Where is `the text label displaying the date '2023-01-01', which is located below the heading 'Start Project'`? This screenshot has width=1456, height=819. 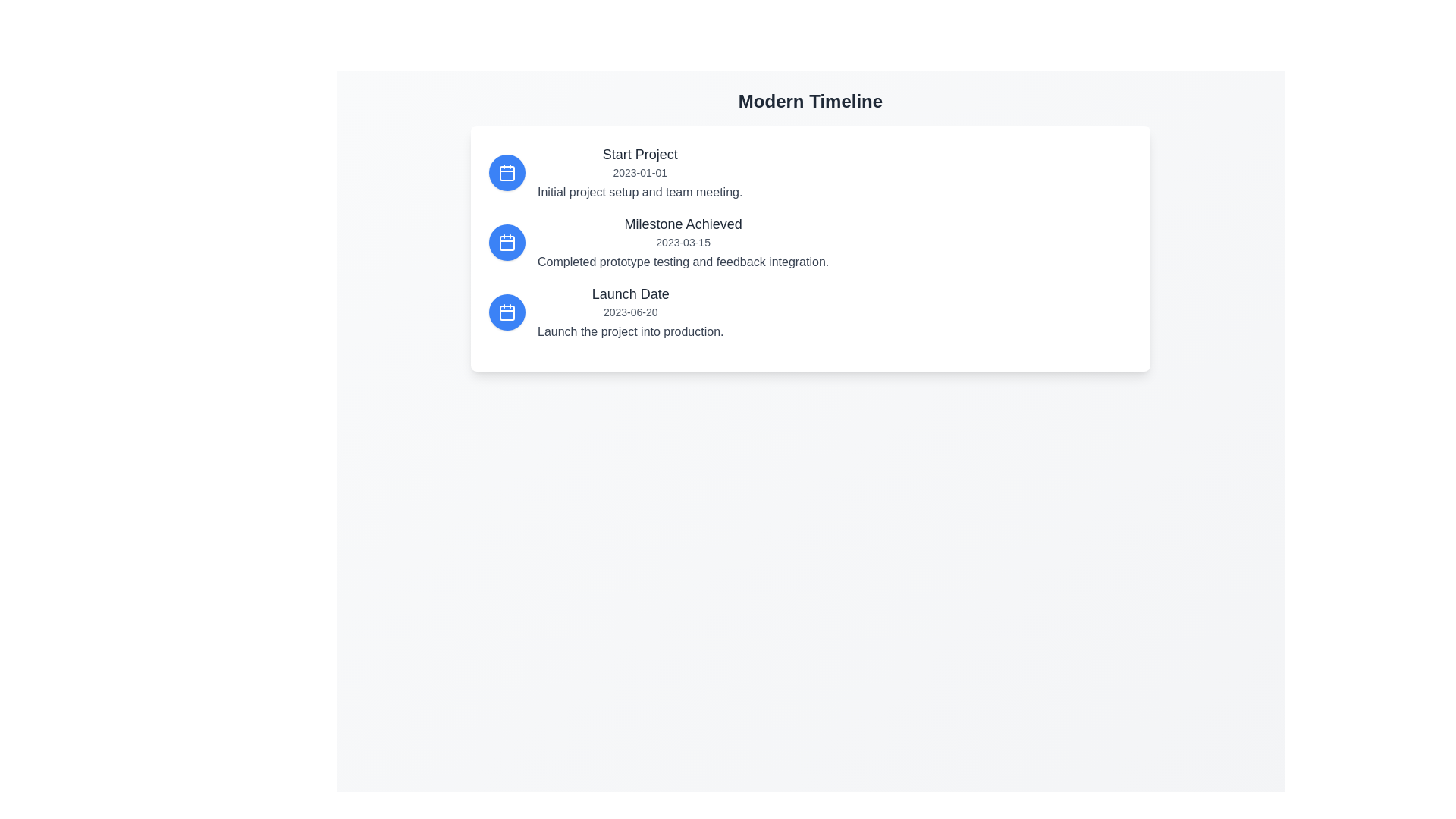 the text label displaying the date '2023-01-01', which is located below the heading 'Start Project' is located at coordinates (640, 171).